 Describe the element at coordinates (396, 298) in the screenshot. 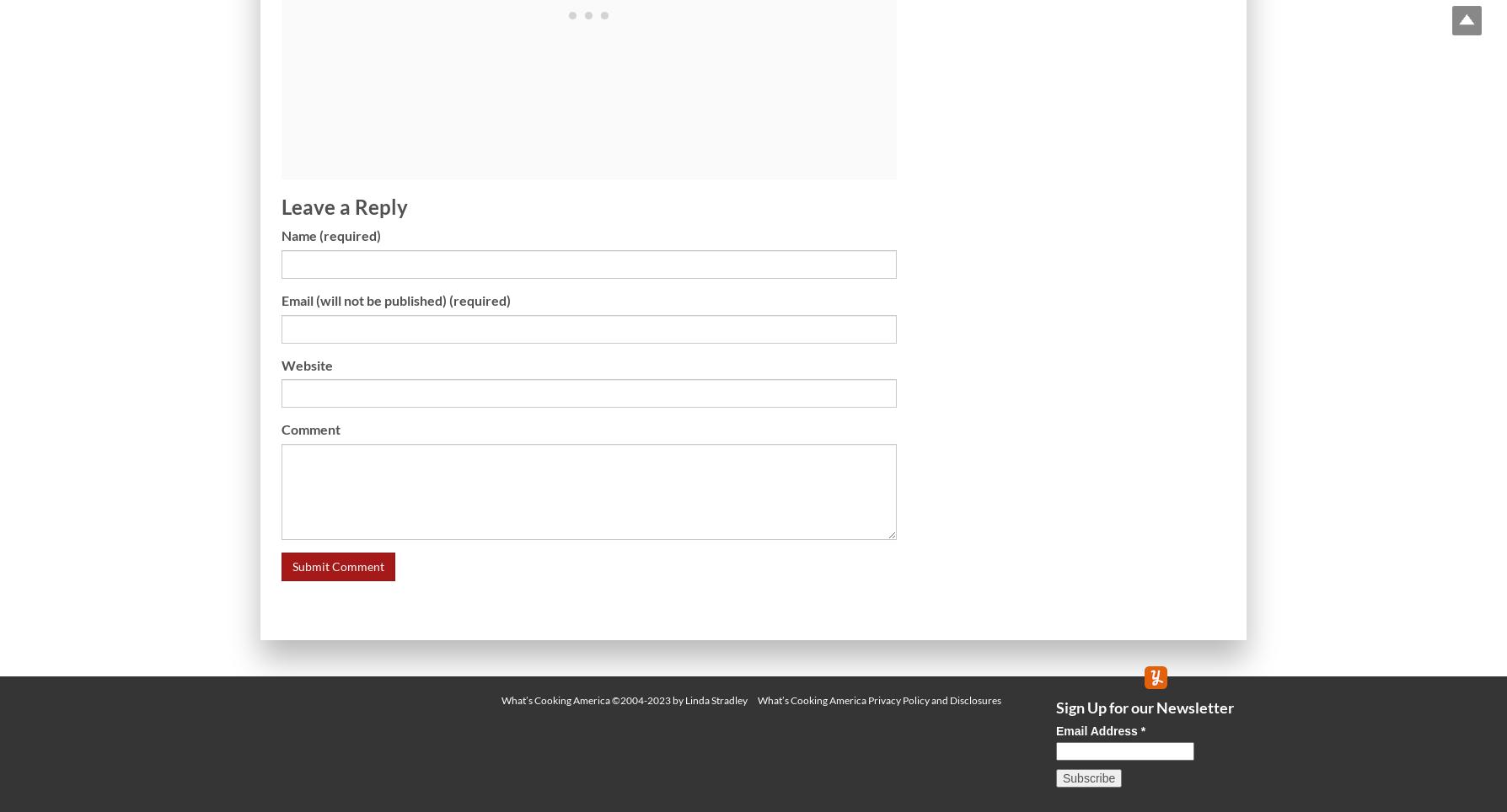

I see `'Email (will not be published) (required)'` at that location.